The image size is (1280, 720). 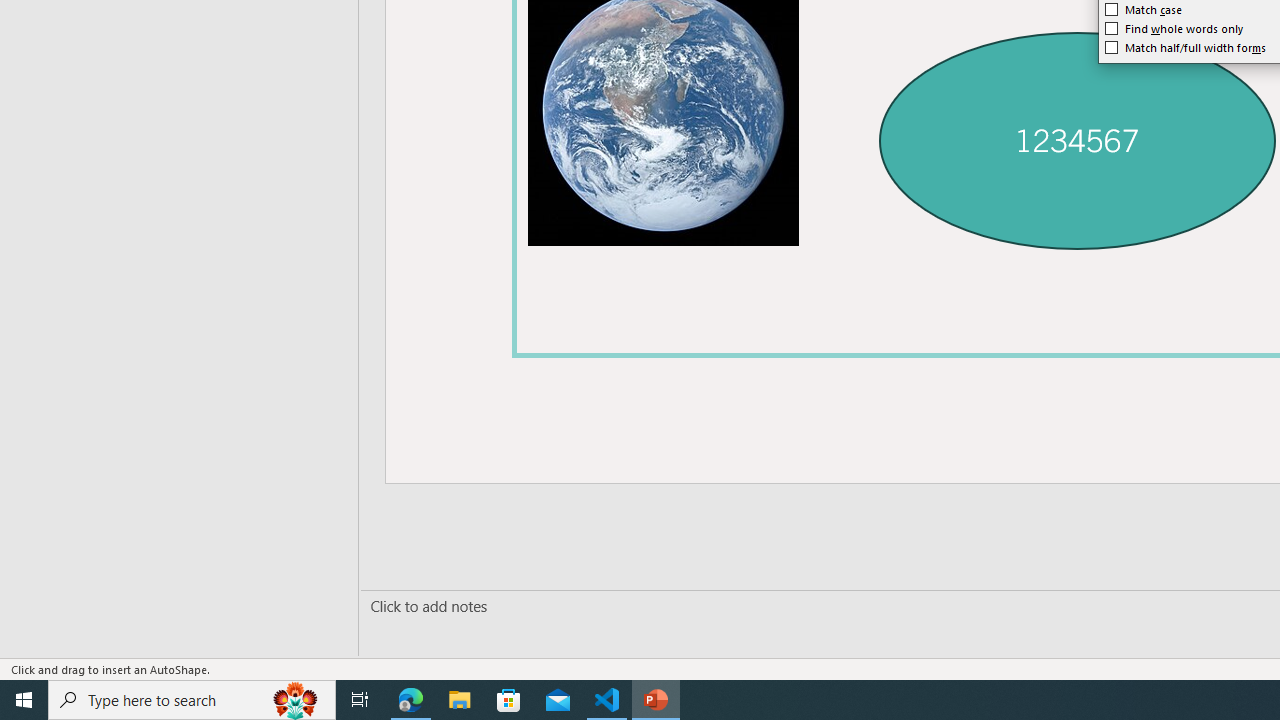 What do you see at coordinates (656, 698) in the screenshot?
I see `'PowerPoint - 1 running window'` at bounding box center [656, 698].